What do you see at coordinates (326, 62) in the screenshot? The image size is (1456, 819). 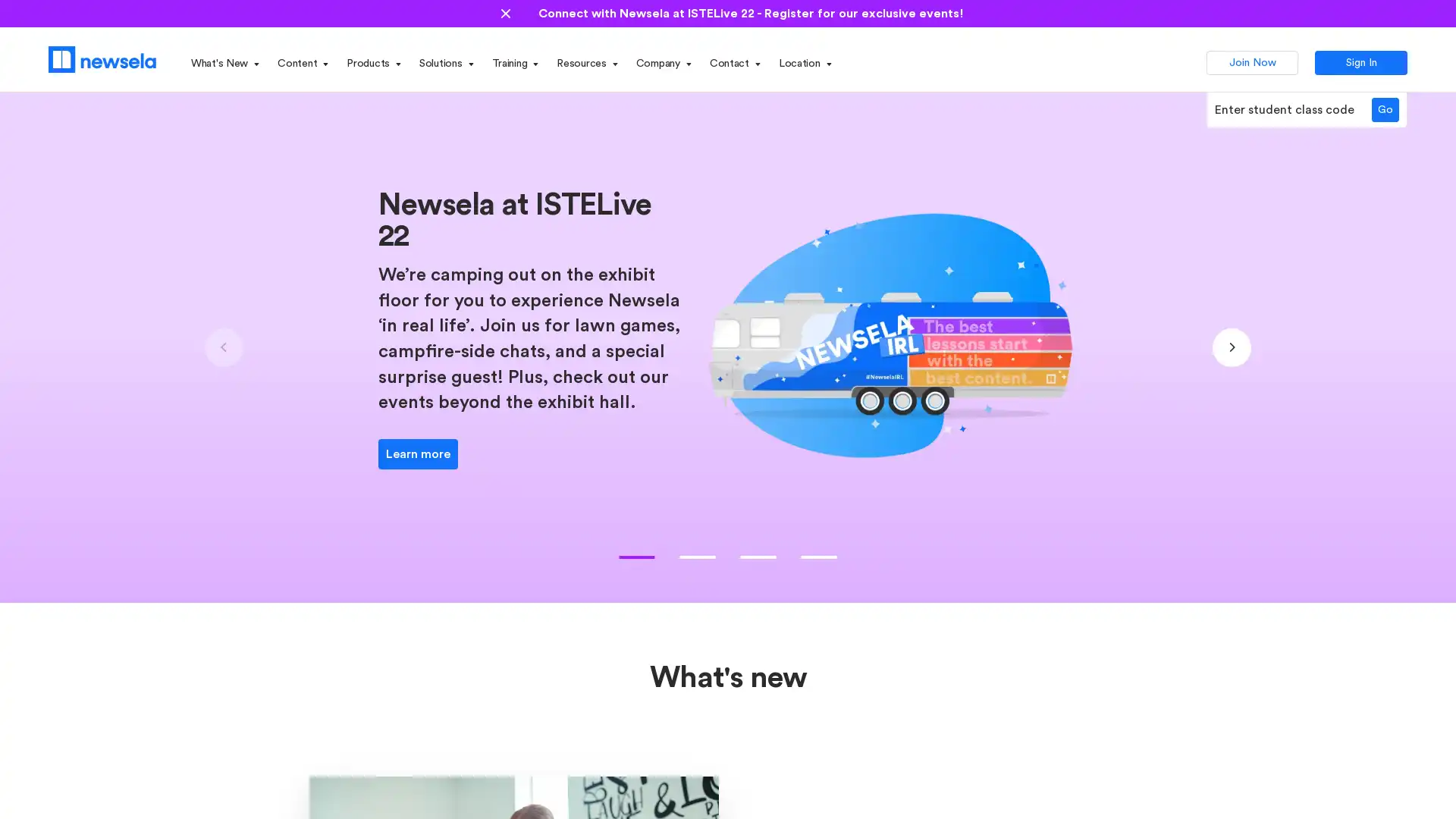 I see `Open Content dropdown` at bounding box center [326, 62].